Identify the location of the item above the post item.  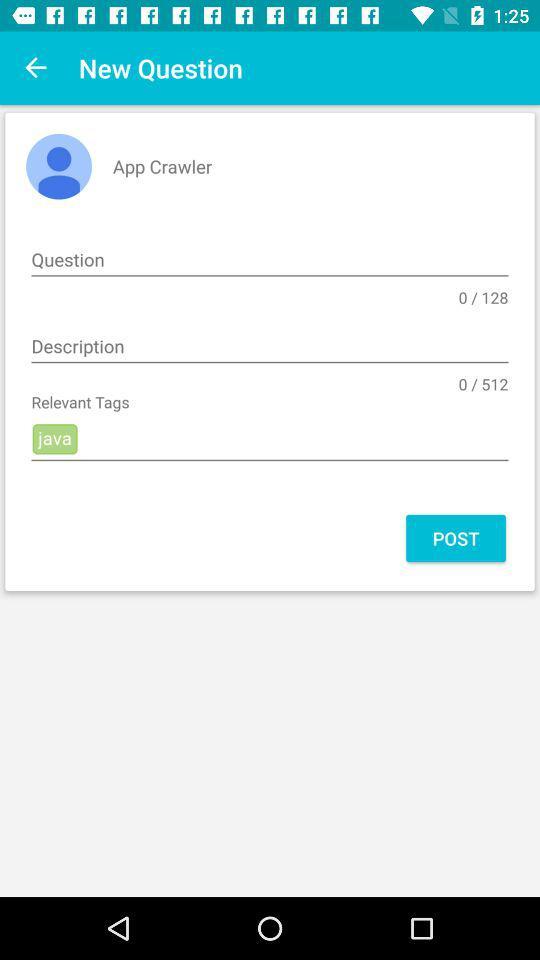
(270, 439).